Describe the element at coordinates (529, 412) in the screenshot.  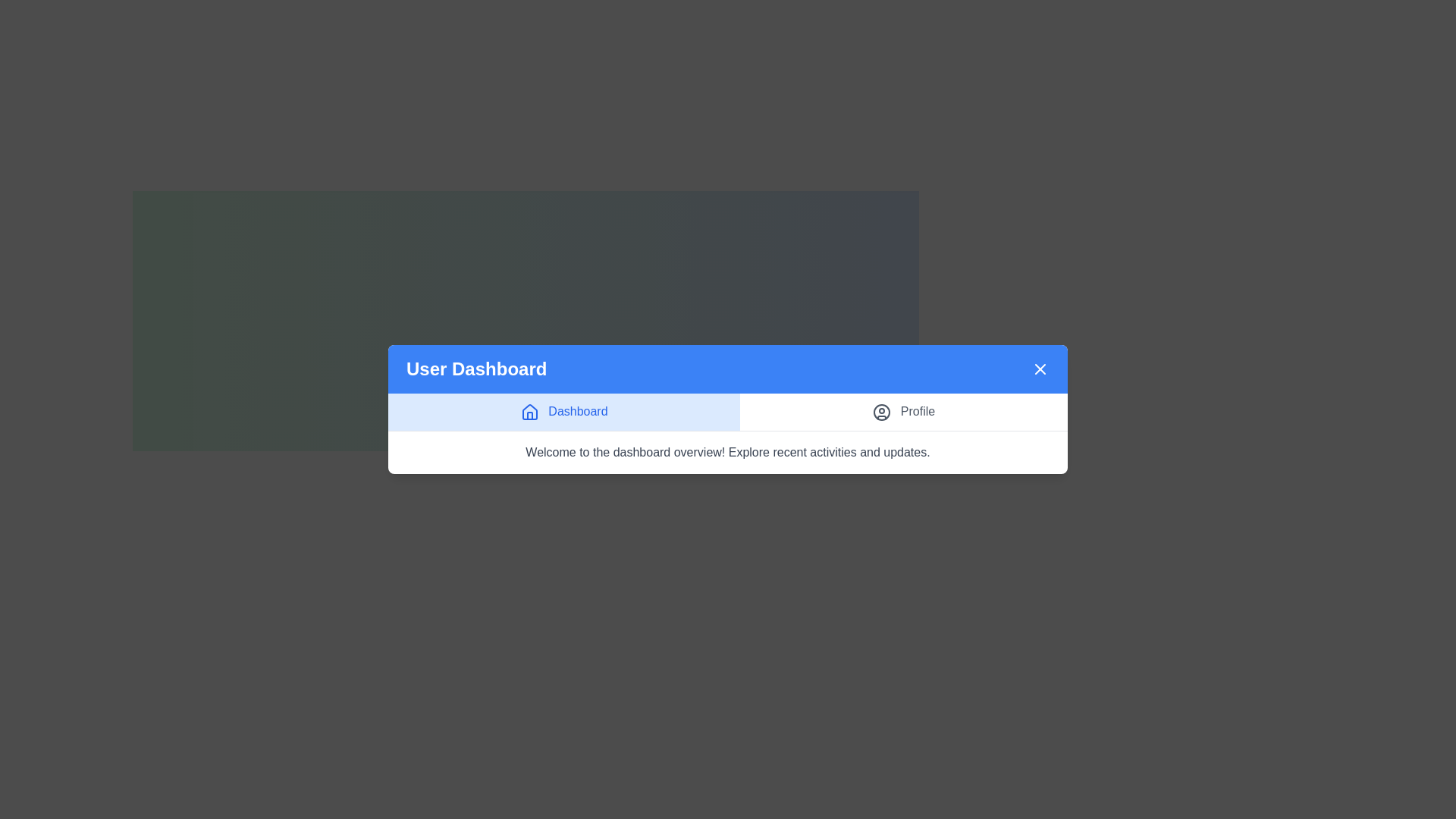
I see `the icon representing the 'Dashboard' section, which is located to the left of the text 'Dashboard' in the header of the 'User Dashboard' modal pop-up window` at that location.